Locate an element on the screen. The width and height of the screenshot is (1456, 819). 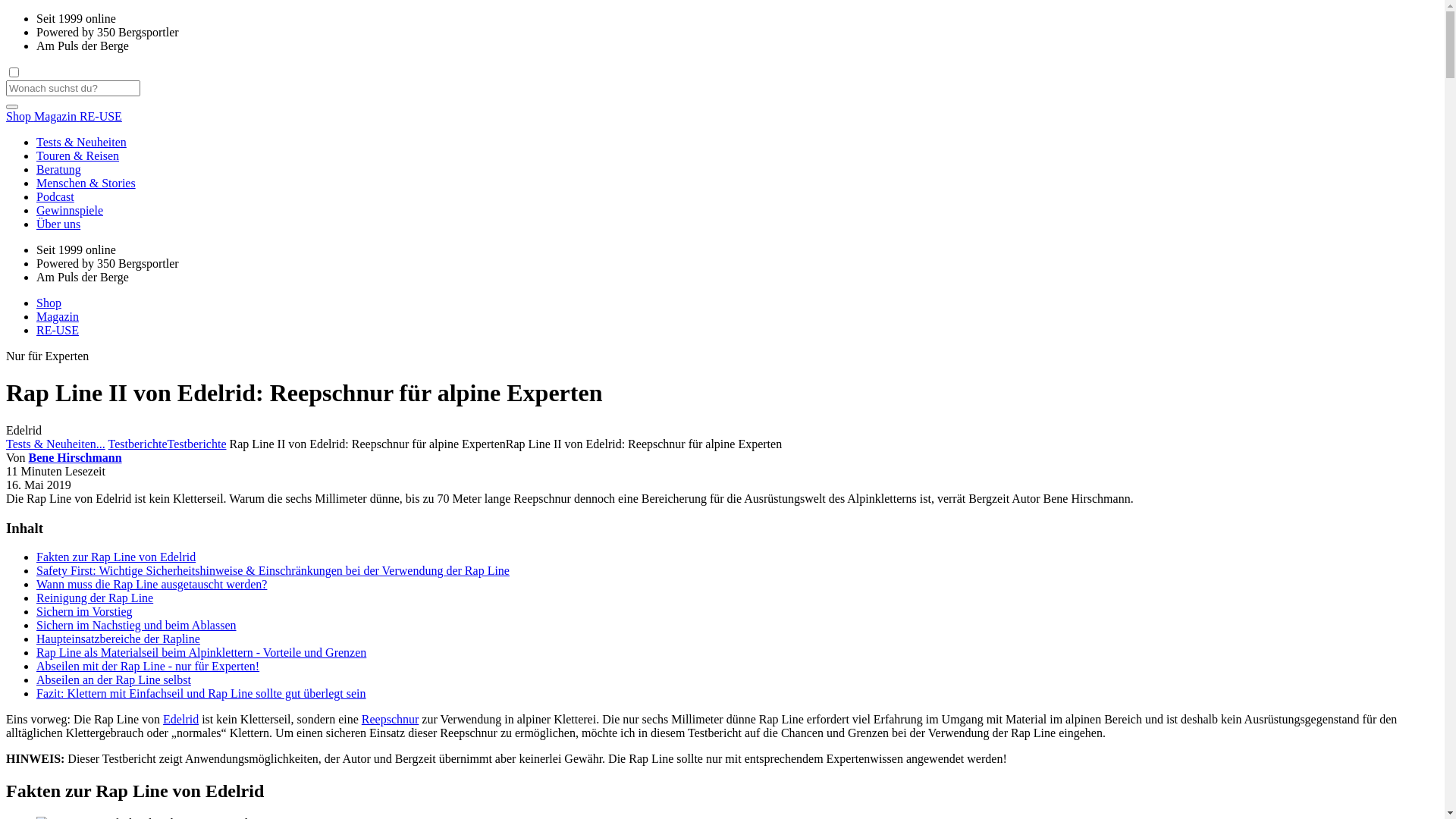
'Sichern im Nachstieg und beim Ablassen' is located at coordinates (136, 625).